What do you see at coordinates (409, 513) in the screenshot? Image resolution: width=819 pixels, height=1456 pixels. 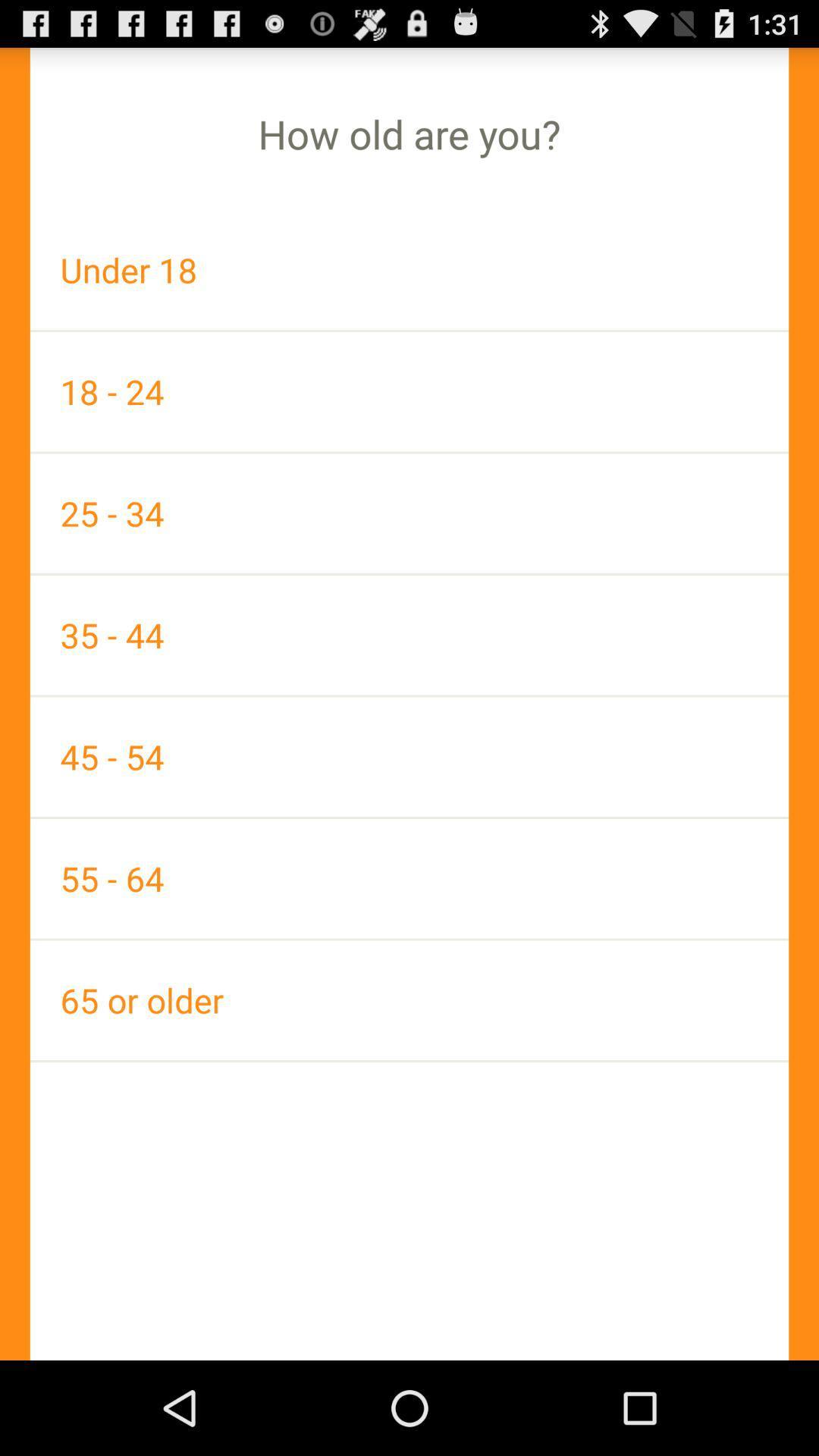 I see `25 - 34` at bounding box center [409, 513].